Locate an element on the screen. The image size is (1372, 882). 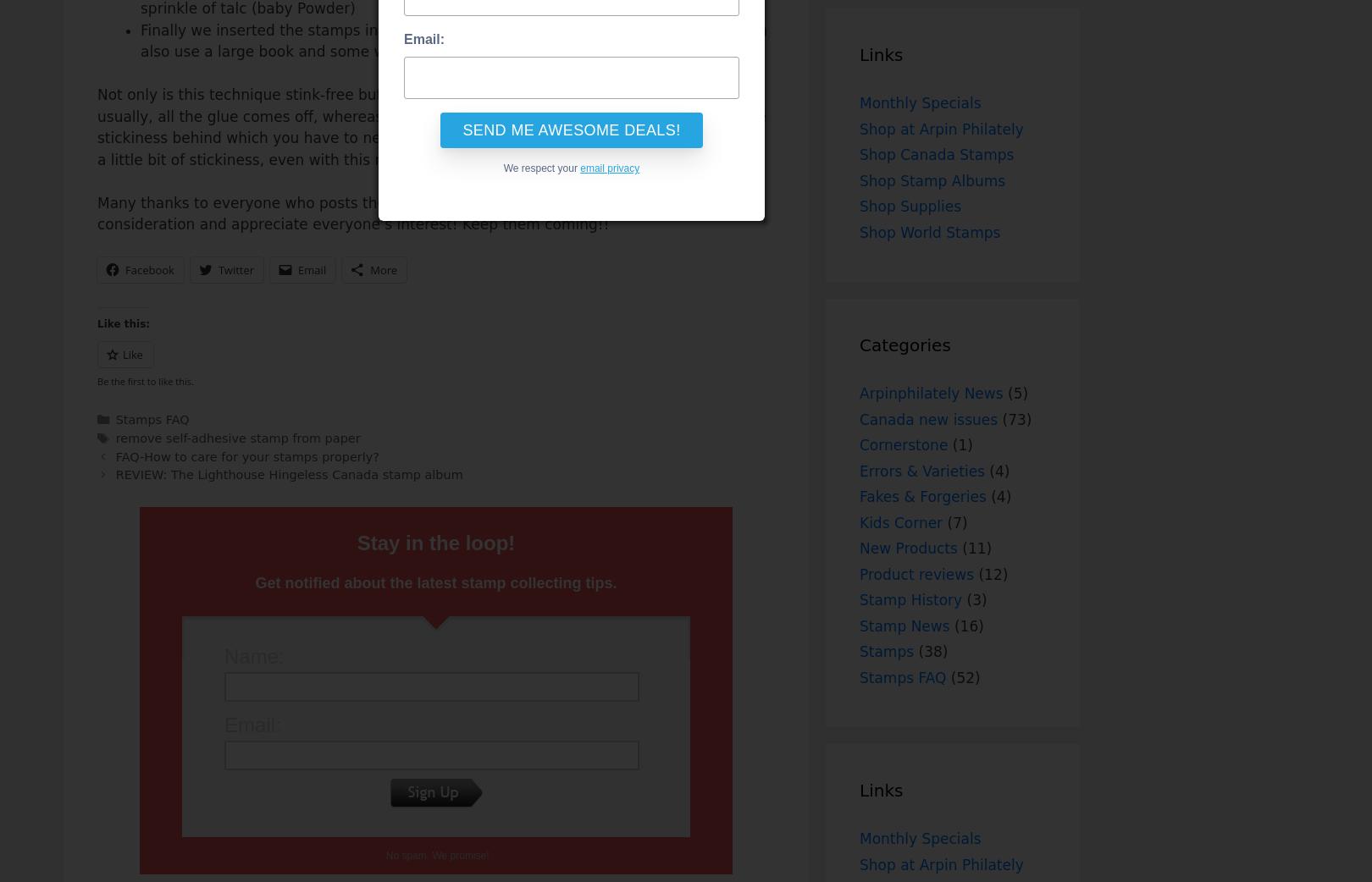
'(12)' is located at coordinates (989, 574).